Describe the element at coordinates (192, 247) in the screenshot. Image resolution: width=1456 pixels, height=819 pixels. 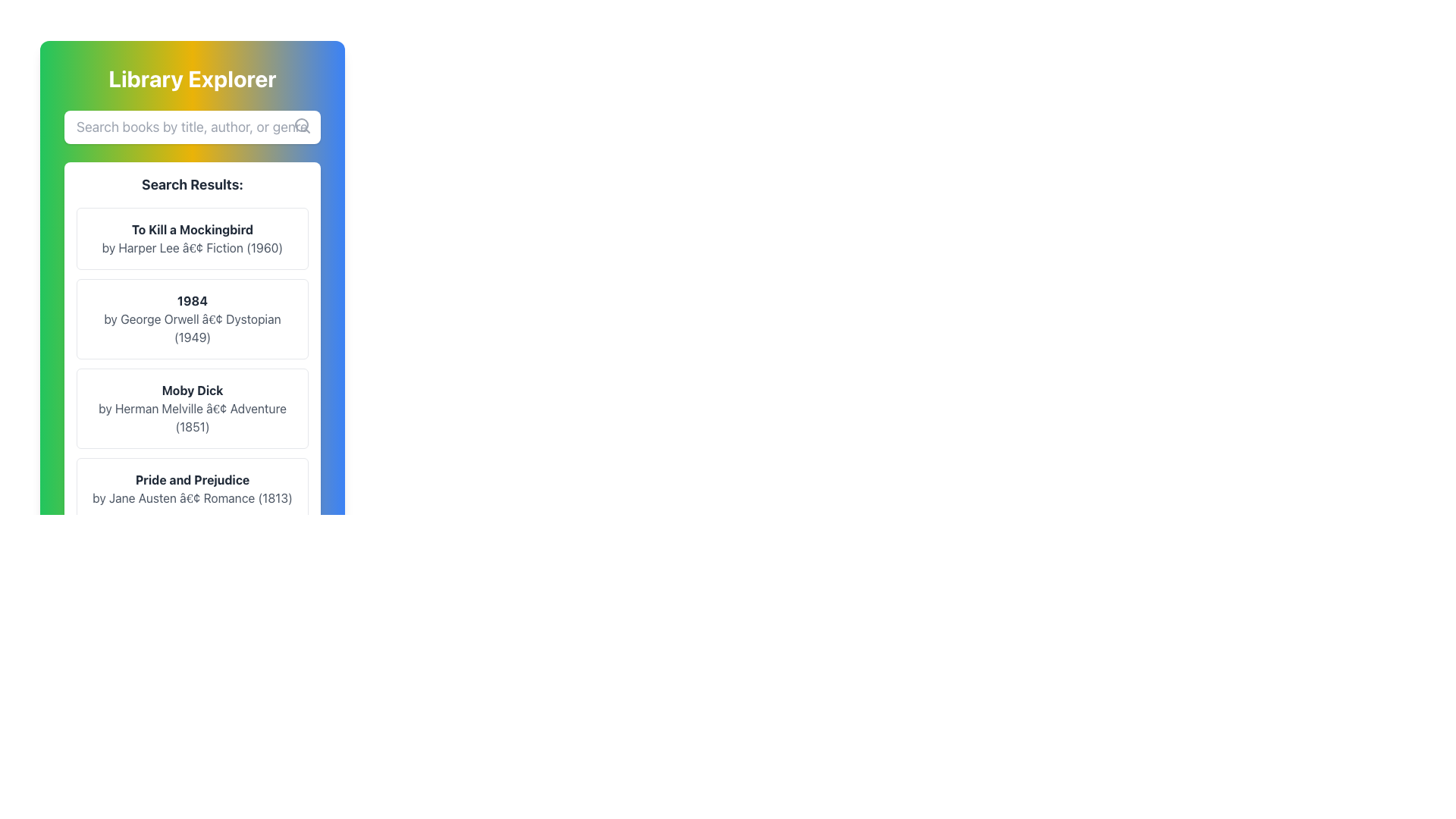
I see `the descriptive text about the book 'To Kill a Mockingbird' located in the first item of the search results list, positioned directly below the title` at that location.